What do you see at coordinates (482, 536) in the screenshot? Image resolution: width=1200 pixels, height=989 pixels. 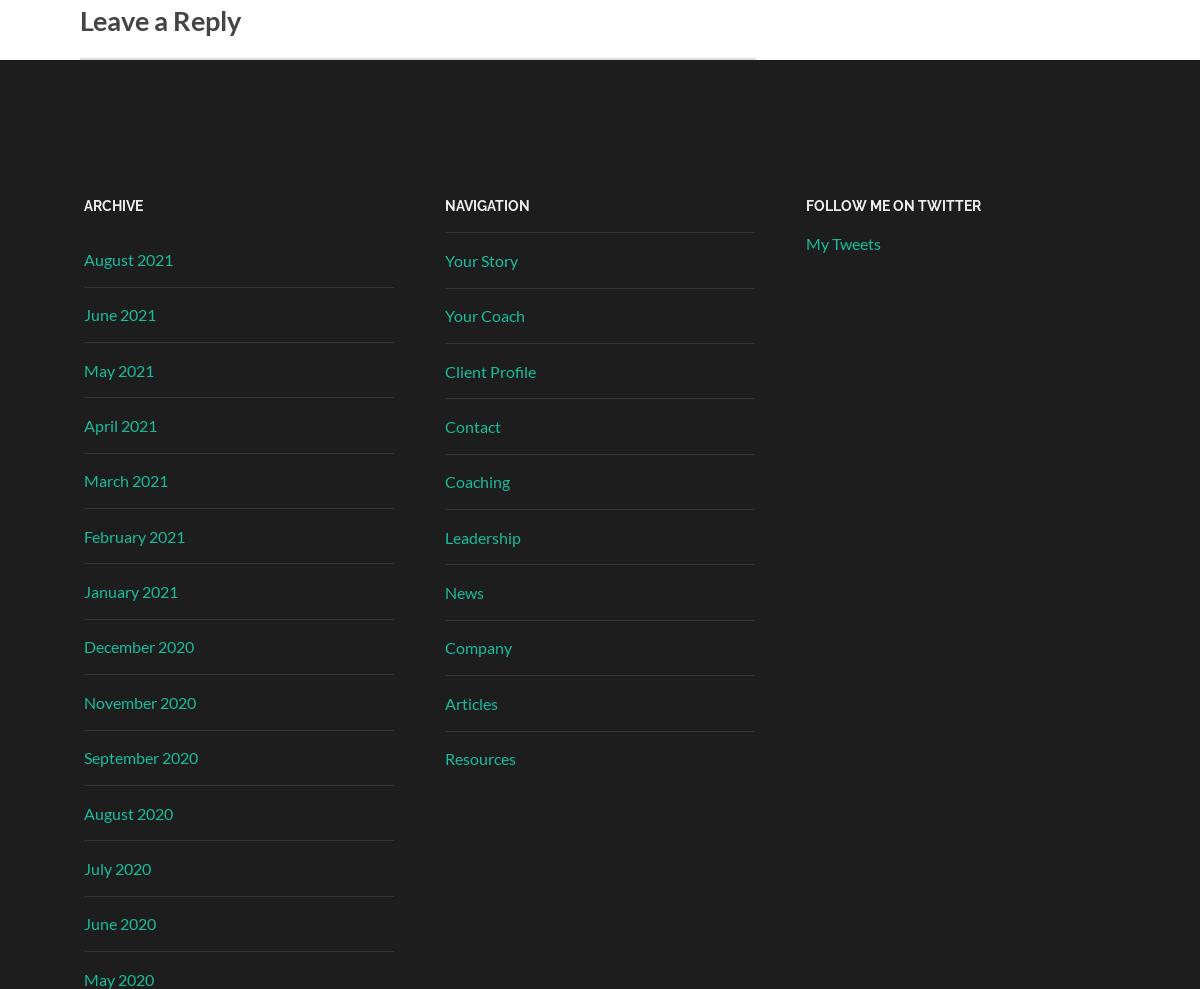 I see `'Leadership'` at bounding box center [482, 536].